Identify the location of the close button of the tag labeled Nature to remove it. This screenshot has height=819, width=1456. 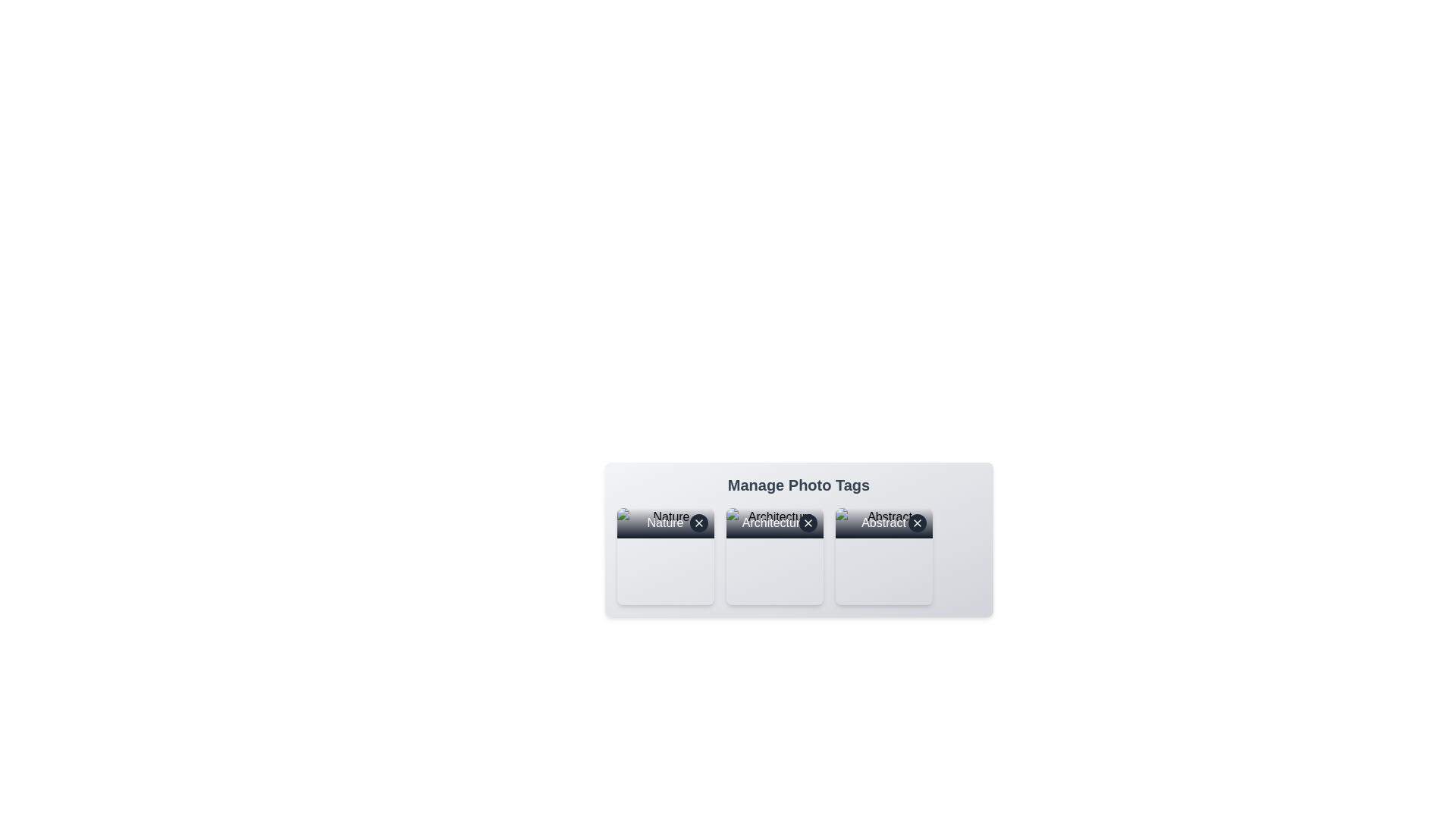
(698, 522).